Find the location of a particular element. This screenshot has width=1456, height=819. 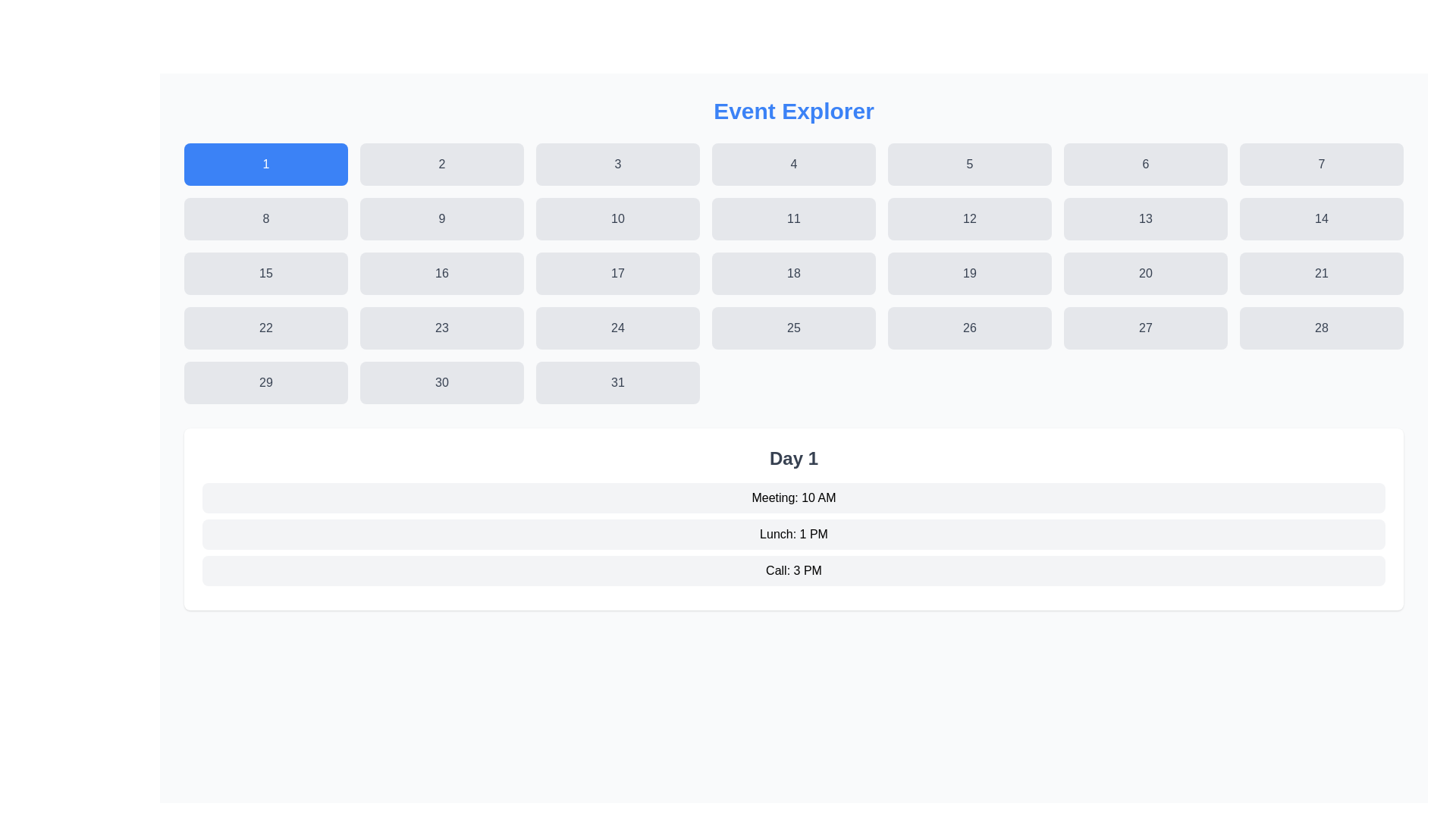

the button displaying the number '28' with a light gray background is located at coordinates (1320, 327).